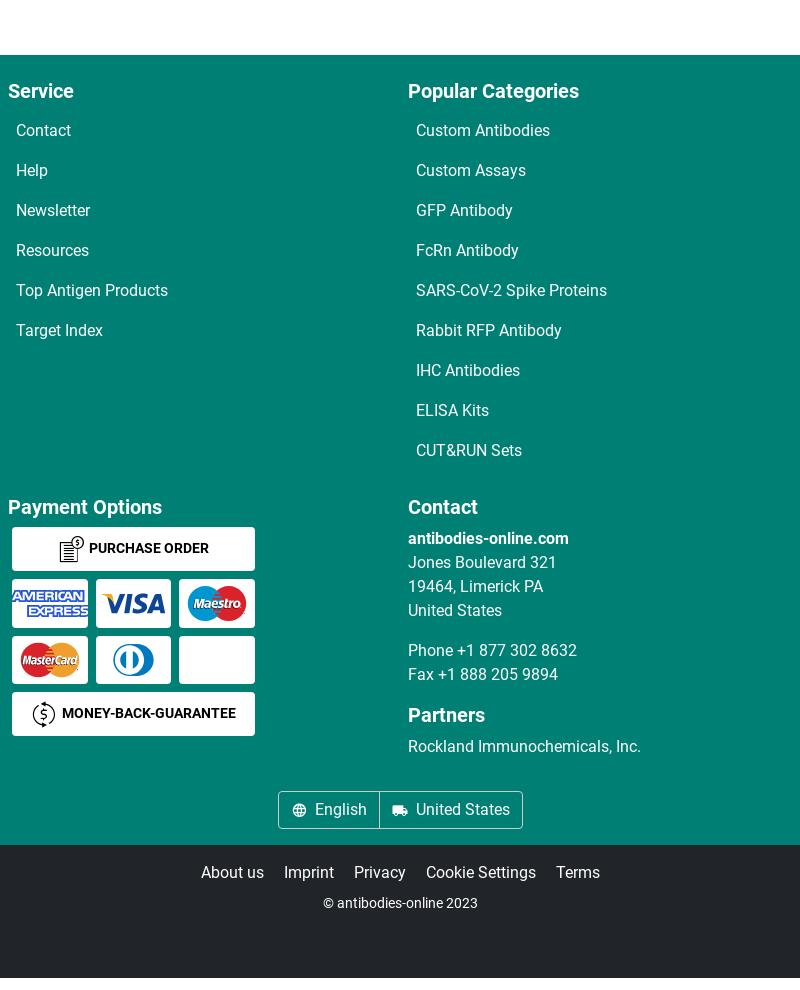 Image resolution: width=800 pixels, height=990 pixels. I want to click on 'FT1 ELISA Kits', so click(92, 322).